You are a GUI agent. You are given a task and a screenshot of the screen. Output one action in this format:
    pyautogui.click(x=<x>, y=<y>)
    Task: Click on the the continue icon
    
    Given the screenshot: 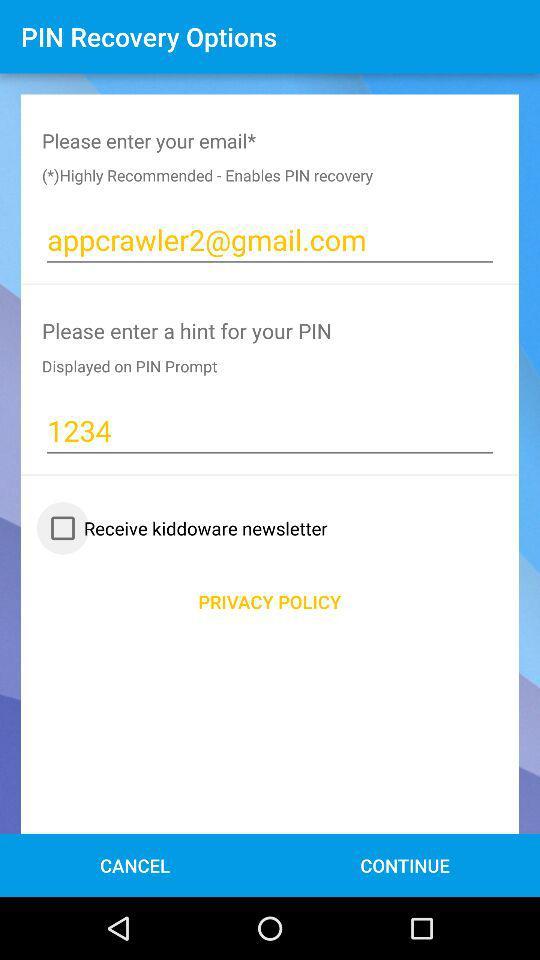 What is the action you would take?
    pyautogui.click(x=405, y=864)
    